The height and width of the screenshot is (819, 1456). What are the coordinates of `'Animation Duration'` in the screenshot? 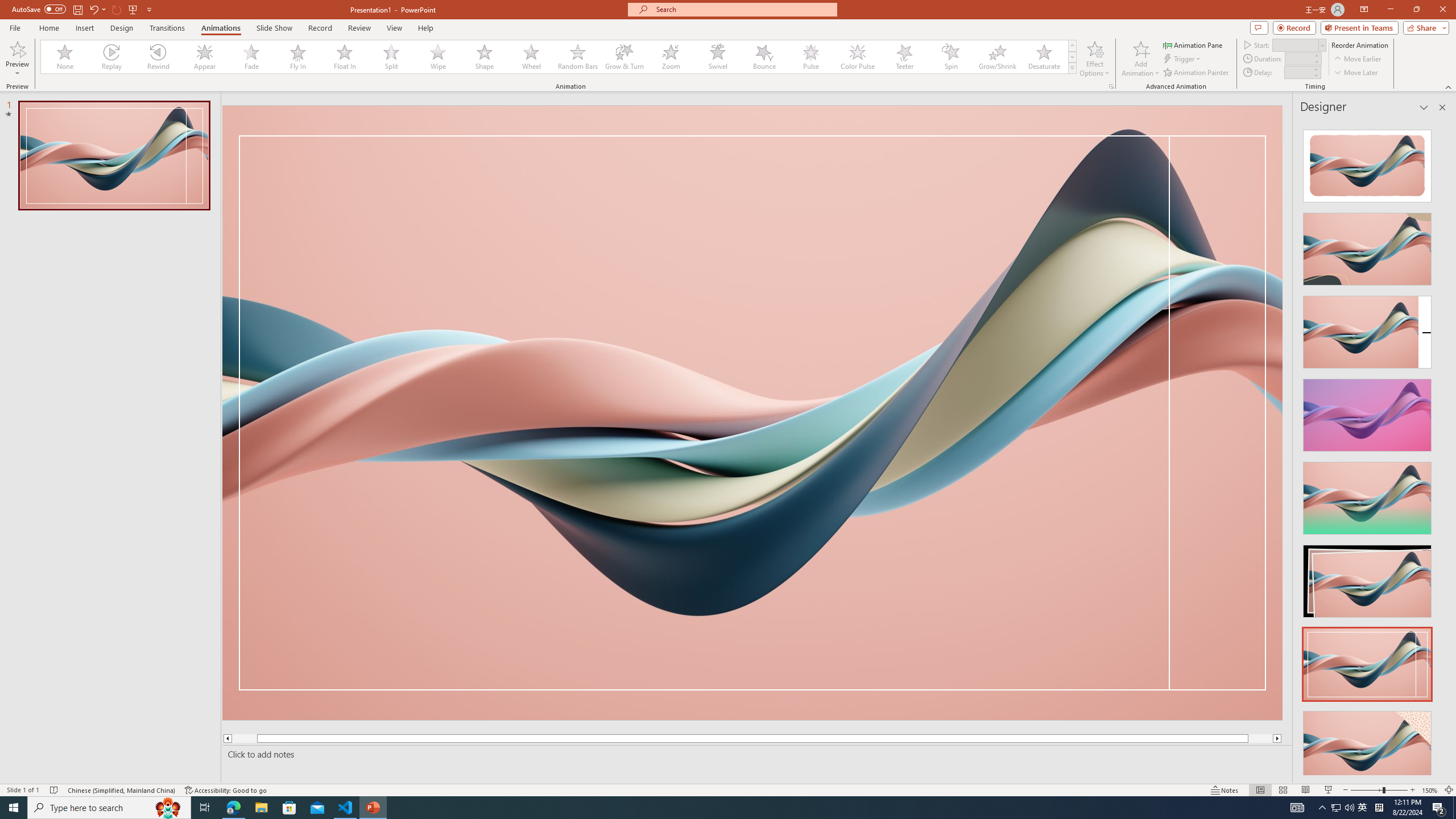 It's located at (1298, 58).